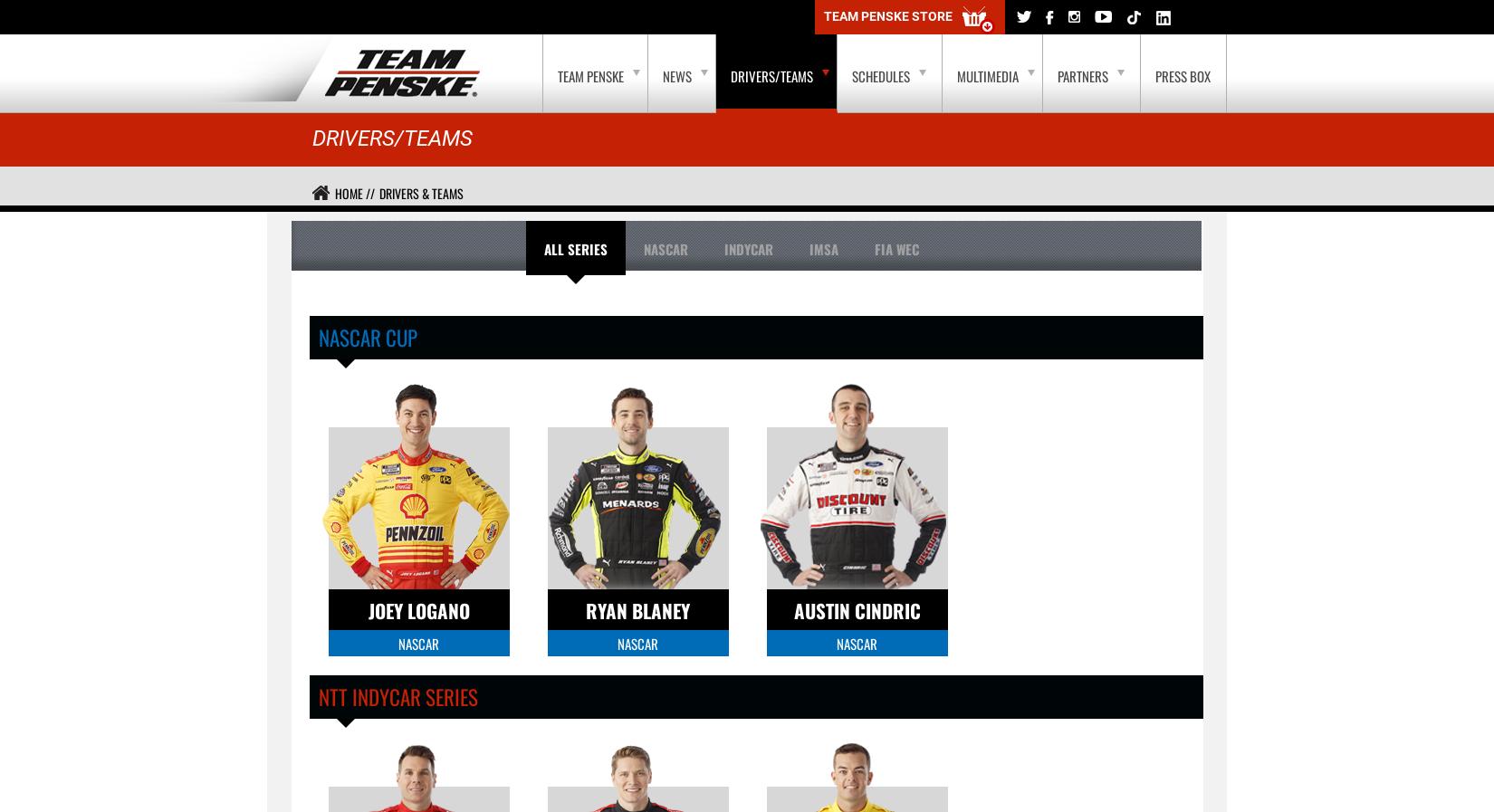  I want to click on 'All Series', so click(573, 248).